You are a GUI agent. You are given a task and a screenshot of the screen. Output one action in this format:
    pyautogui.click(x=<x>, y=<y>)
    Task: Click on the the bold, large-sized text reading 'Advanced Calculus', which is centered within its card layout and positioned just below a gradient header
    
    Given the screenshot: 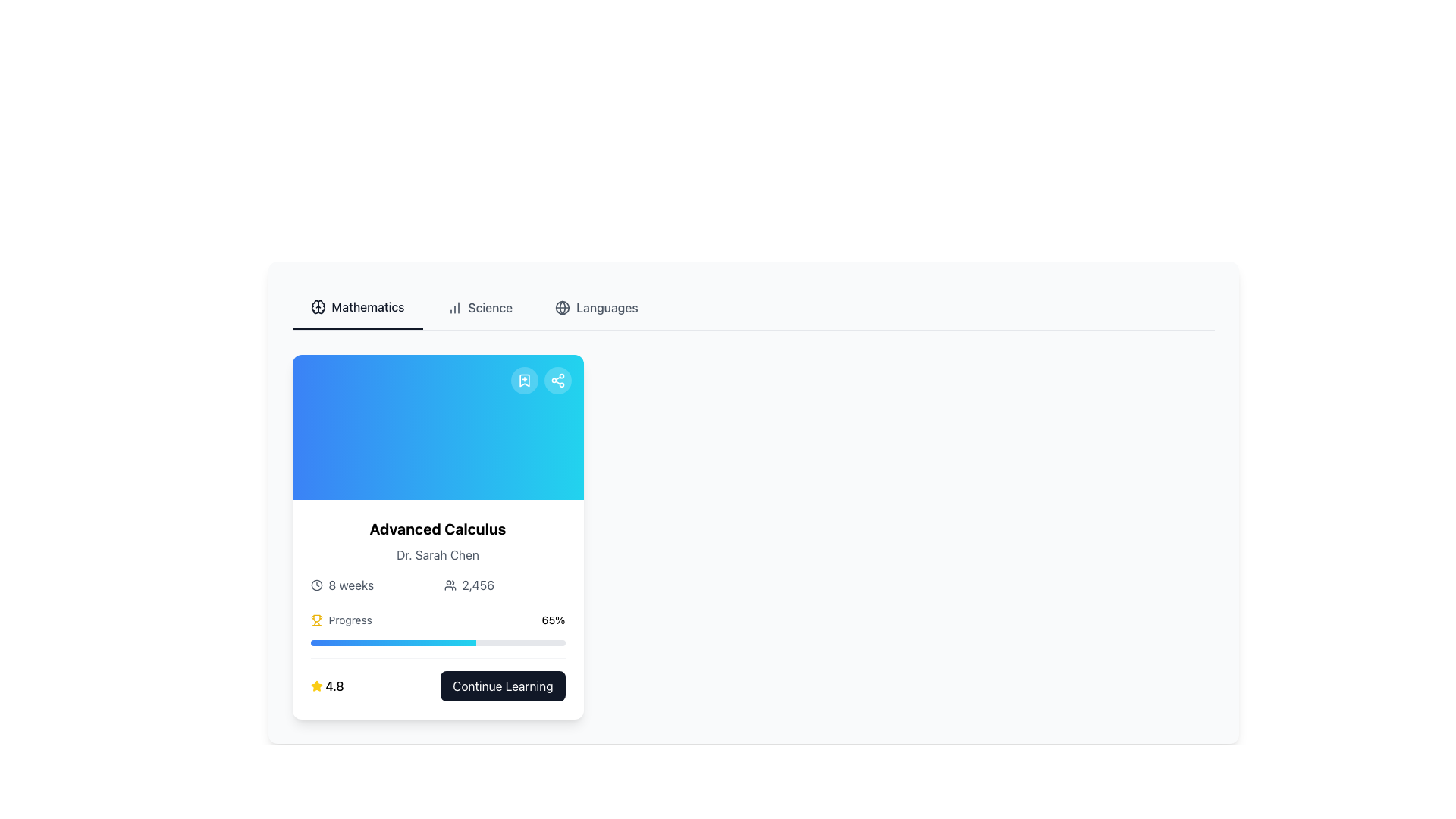 What is the action you would take?
    pyautogui.click(x=437, y=529)
    